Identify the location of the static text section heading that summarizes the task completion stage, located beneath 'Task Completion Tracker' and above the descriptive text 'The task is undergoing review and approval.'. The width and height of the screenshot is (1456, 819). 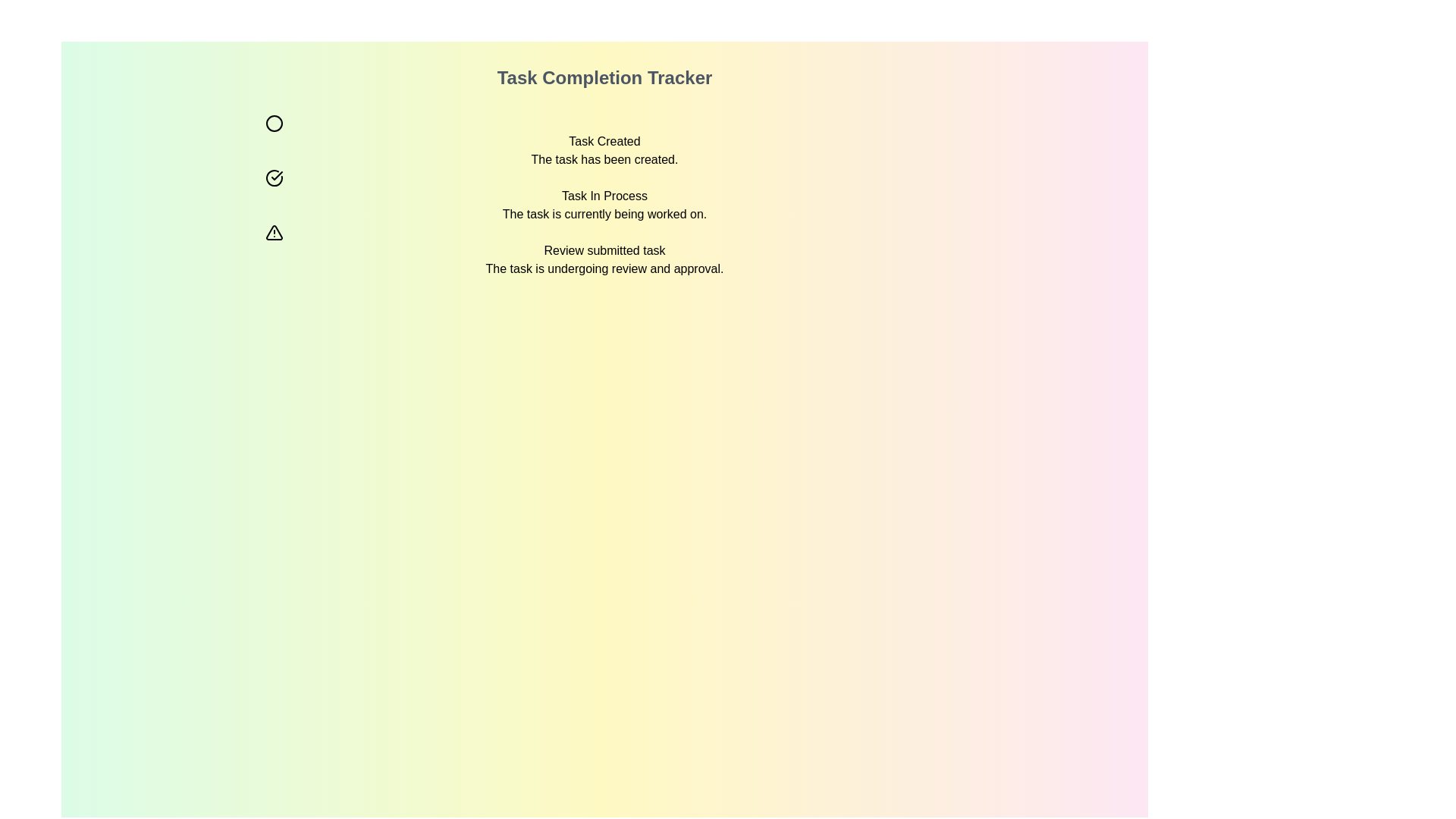
(604, 250).